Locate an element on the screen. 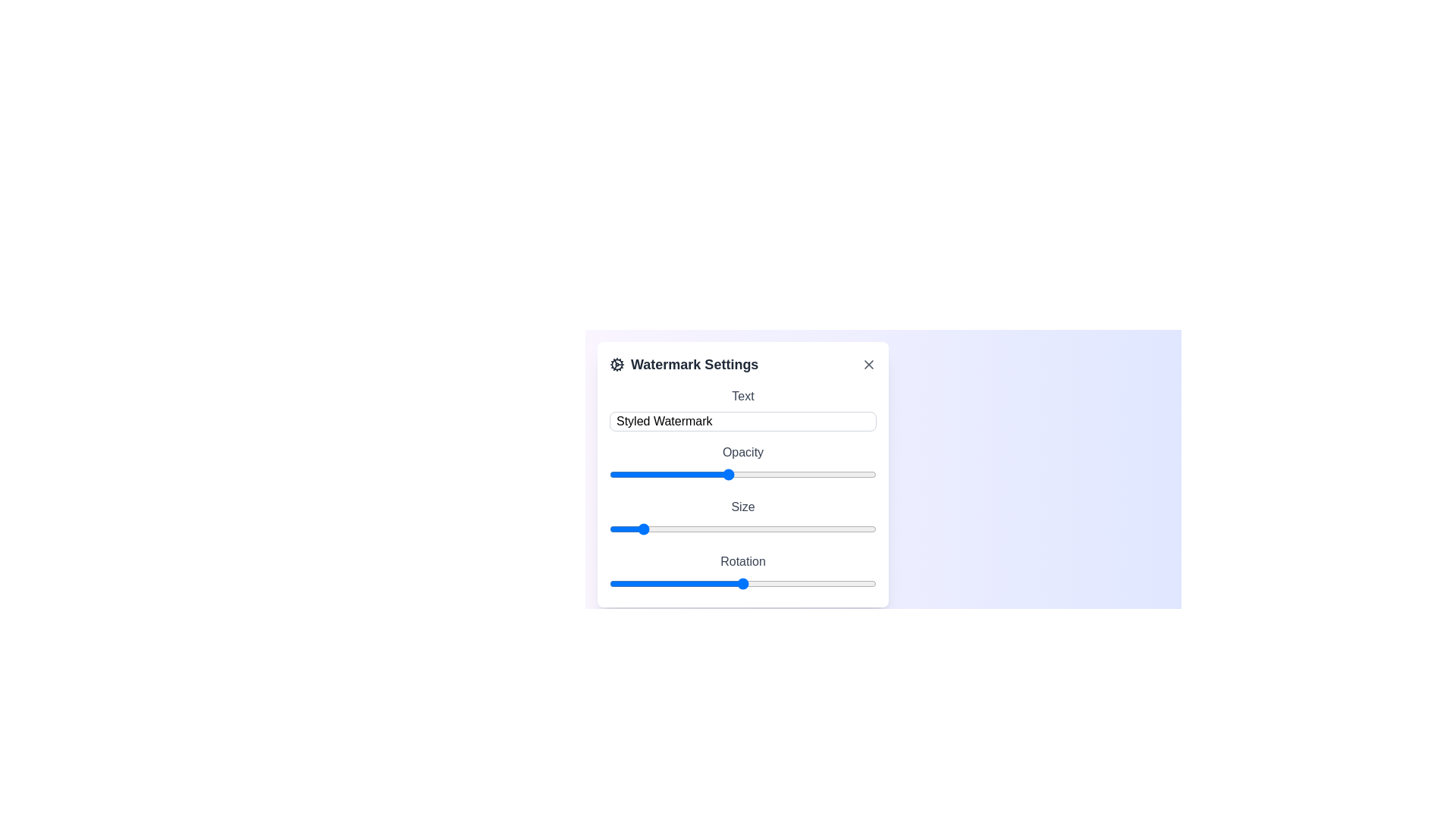 Image resolution: width=1456 pixels, height=819 pixels. rotation is located at coordinates (627, 583).